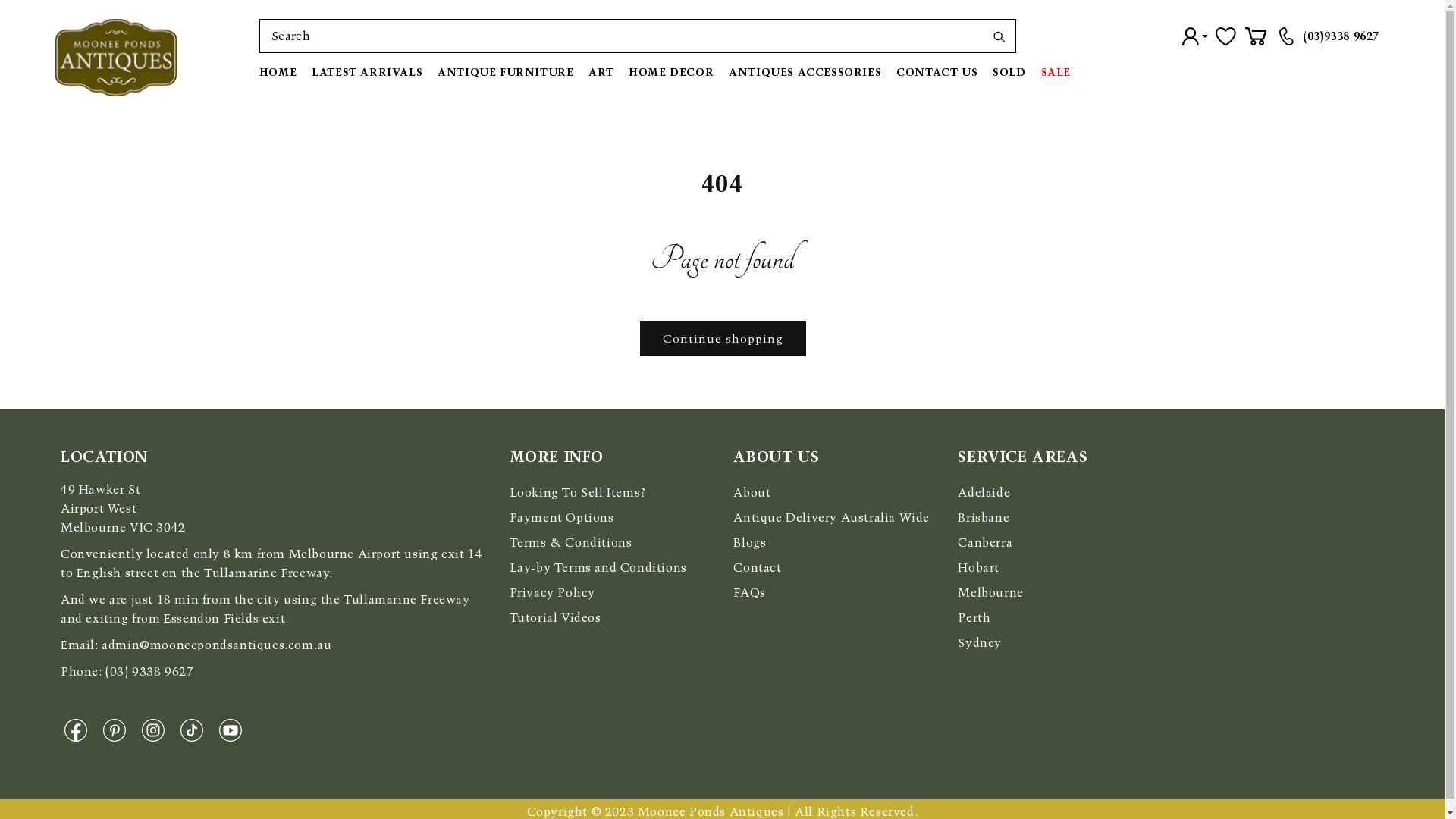 This screenshot has width=1456, height=819. Describe the element at coordinates (118, 730) in the screenshot. I see `'Pinterest'` at that location.